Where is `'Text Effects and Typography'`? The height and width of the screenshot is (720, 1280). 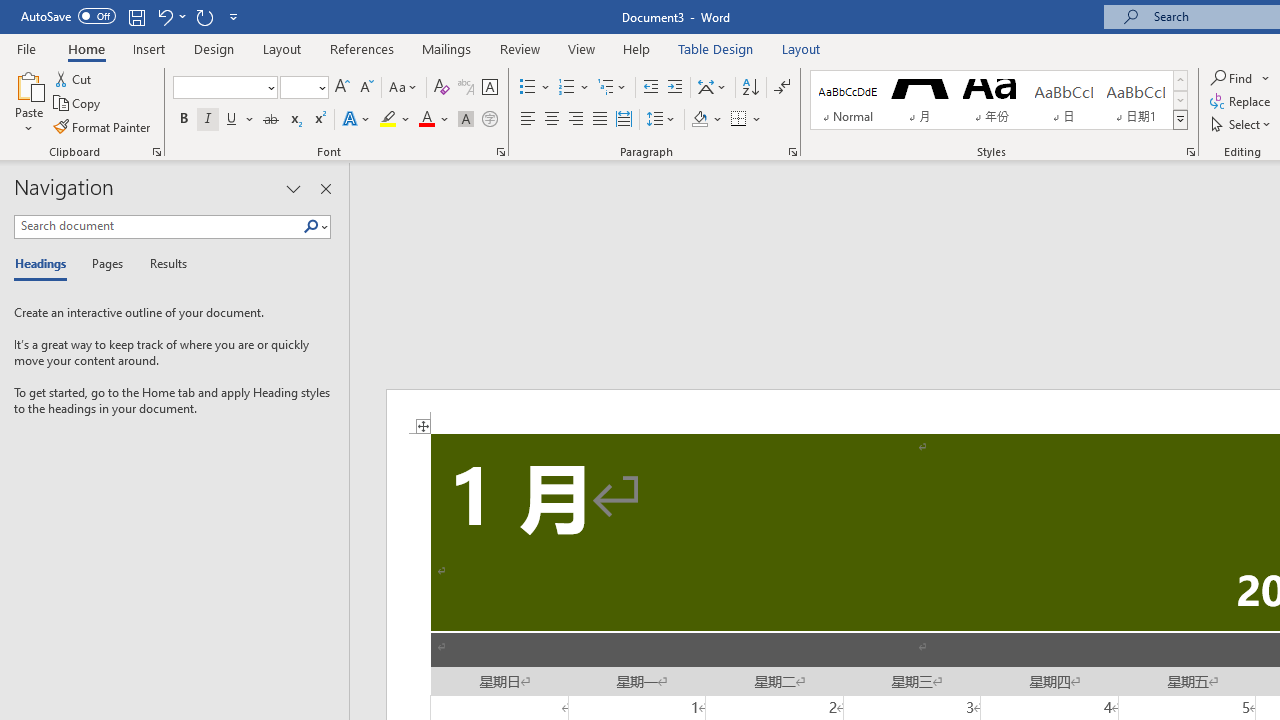
'Text Effects and Typography' is located at coordinates (357, 119).